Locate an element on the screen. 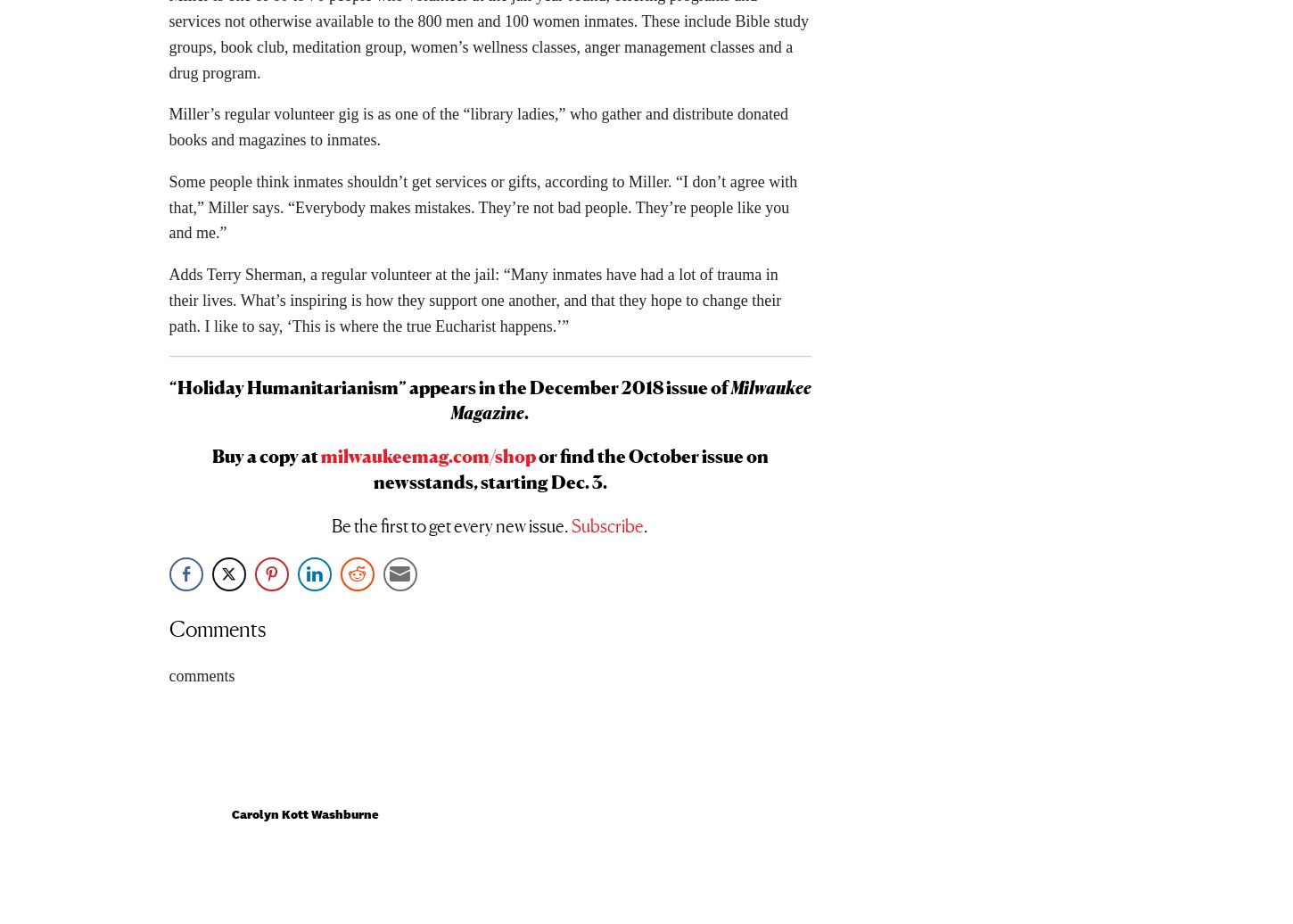 This screenshot has height=924, width=1293. 'comments' is located at coordinates (201, 681).